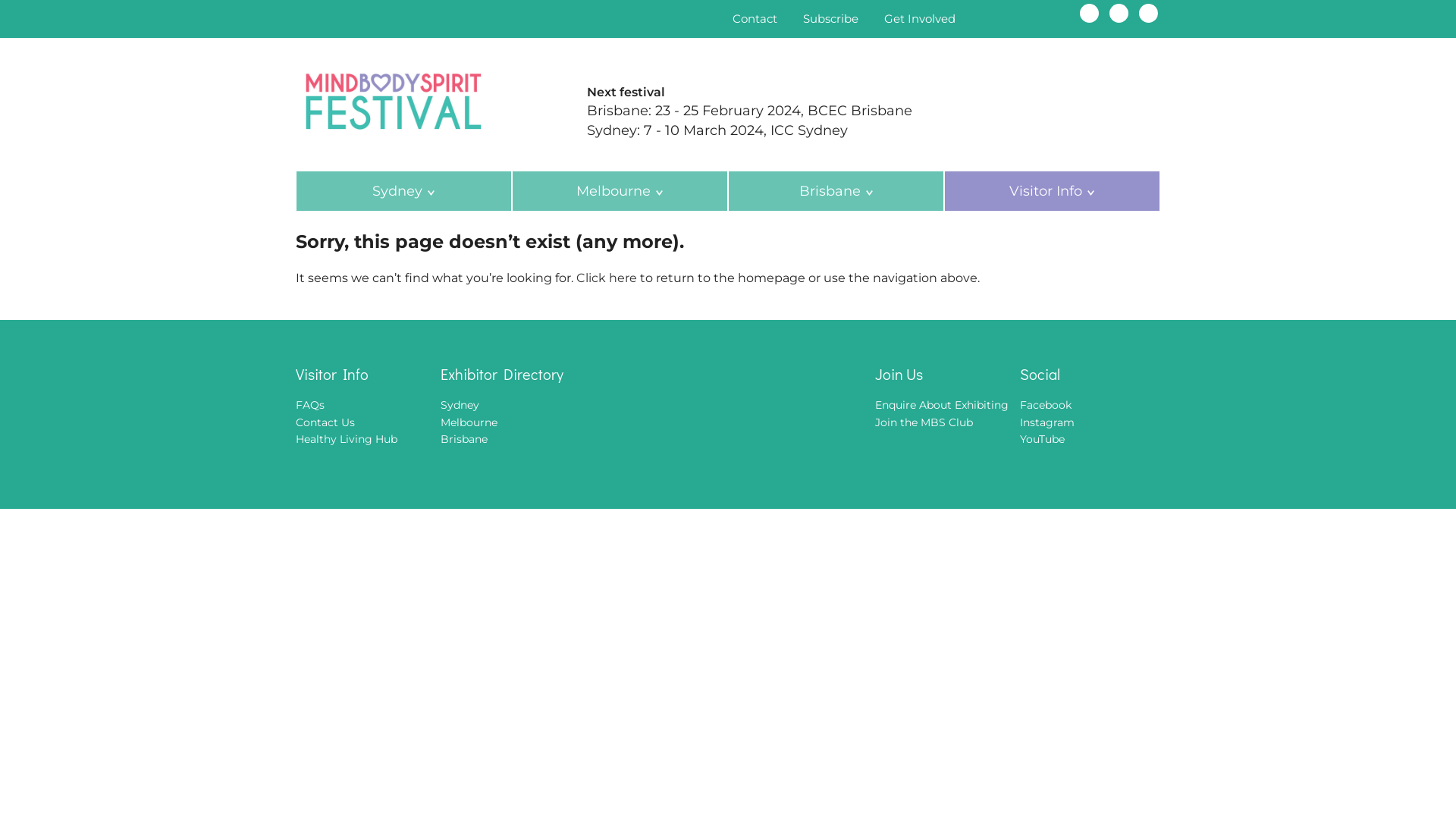  I want to click on 'FAQs', so click(295, 403).